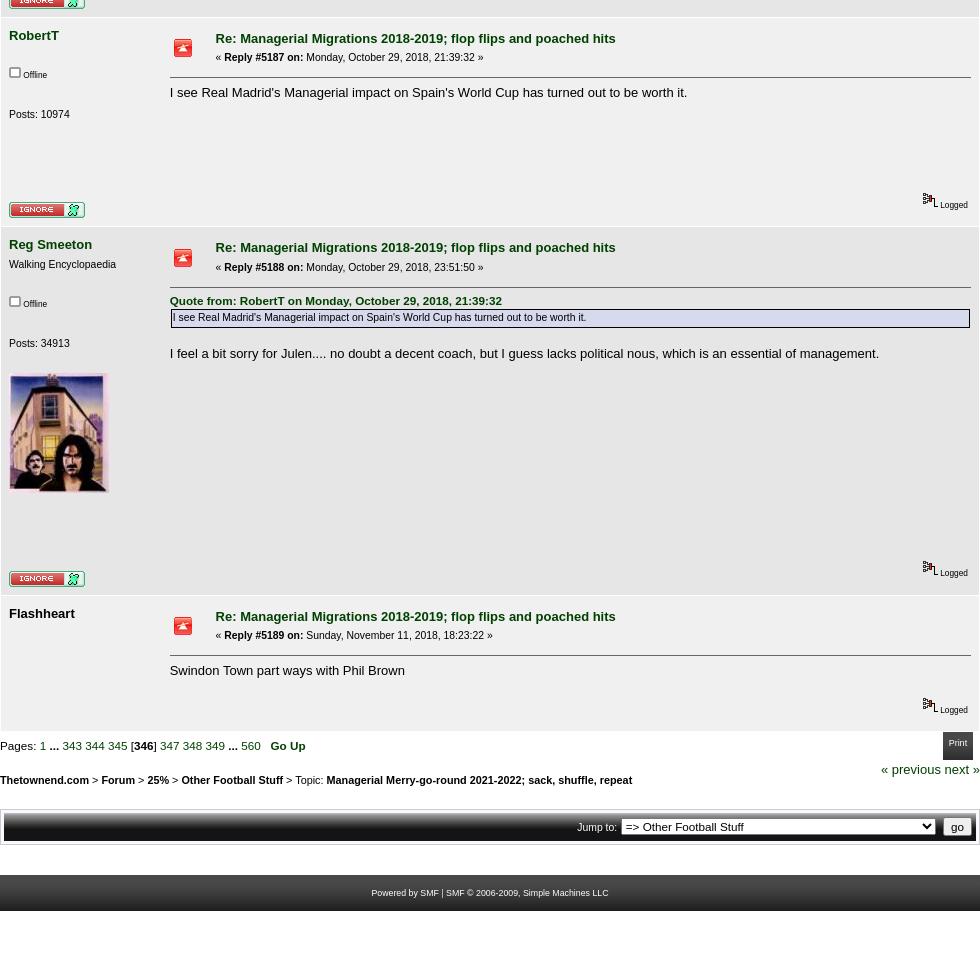  What do you see at coordinates (944, 768) in the screenshot?
I see `'next »'` at bounding box center [944, 768].